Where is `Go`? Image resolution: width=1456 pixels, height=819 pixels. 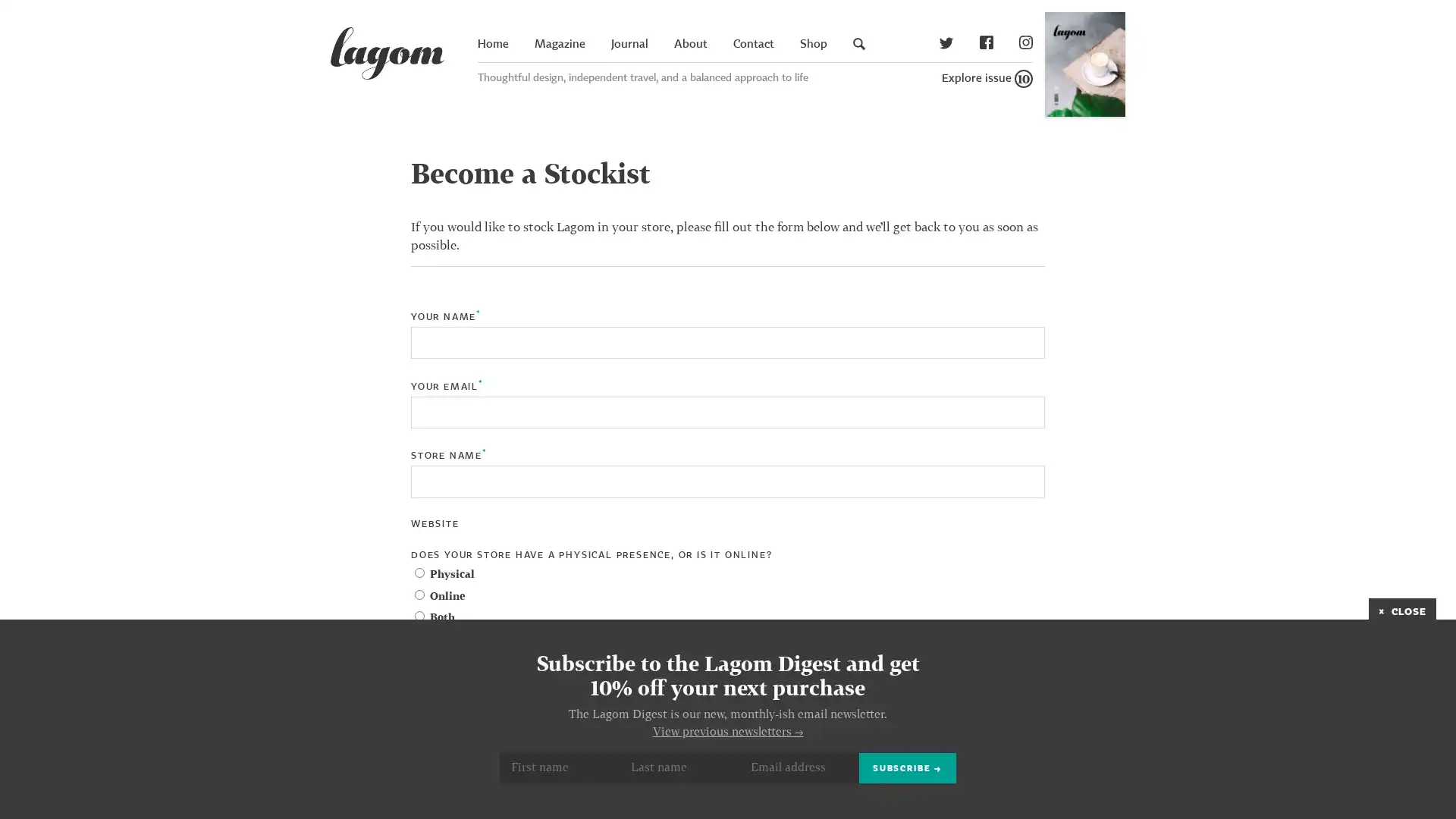 Go is located at coordinates (1185, 60).